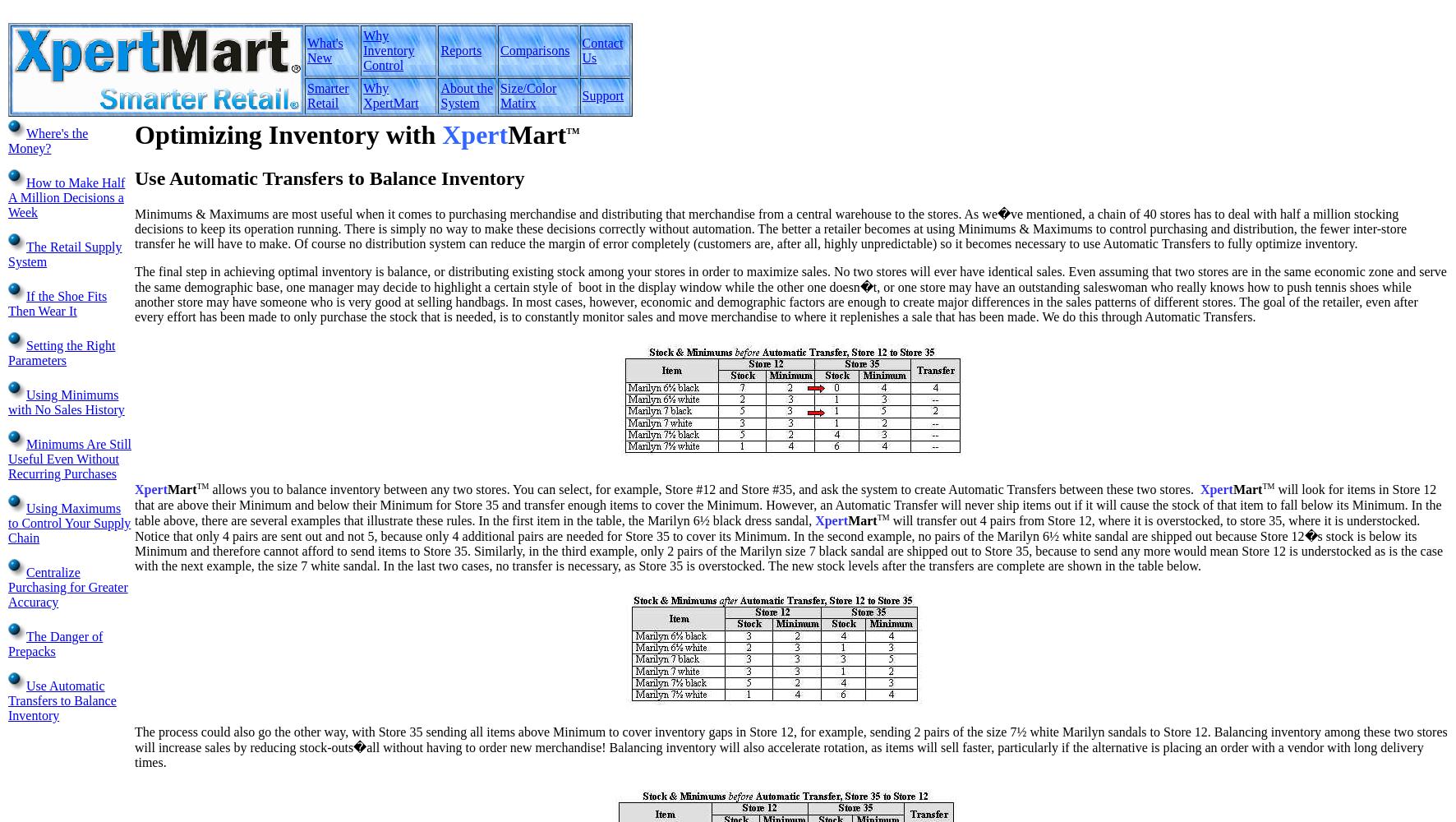 Image resolution: width=1456 pixels, height=822 pixels. I want to click on 'allows you to balance inventory between any two stores. You can select,
for example, Store #12 and Store #35, and ask the system to create Automatic
Transfers between these two stores.', so click(703, 488).